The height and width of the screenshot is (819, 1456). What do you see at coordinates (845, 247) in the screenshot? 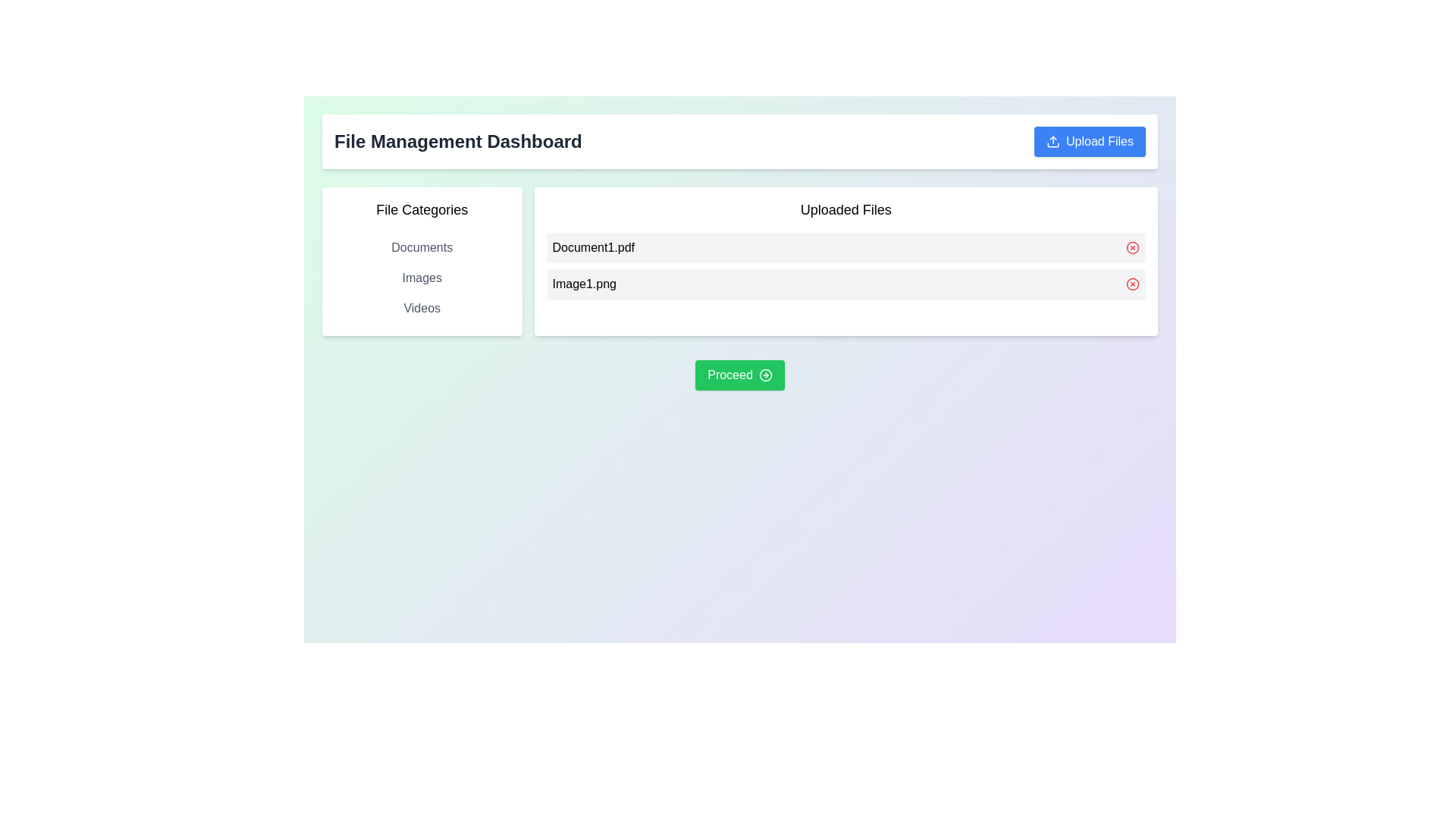
I see `file name 'Document1.pdf' from the first item in the Uploaded Files section of the file list` at bounding box center [845, 247].